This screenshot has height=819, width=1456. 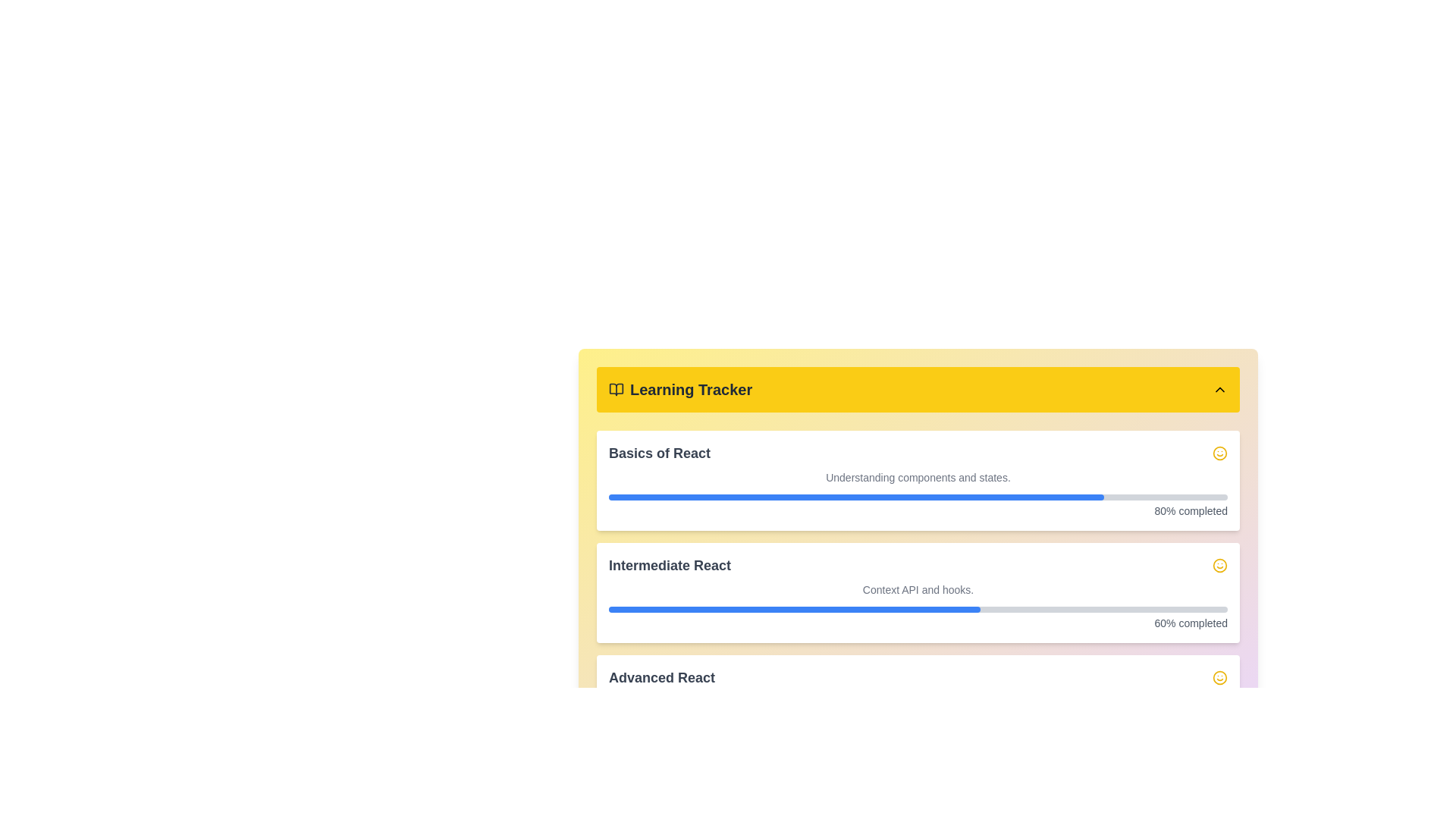 I want to click on the descriptive text element located below the 'Basics of React' heading, which aligns with the progress bar in its card section, so click(x=917, y=476).